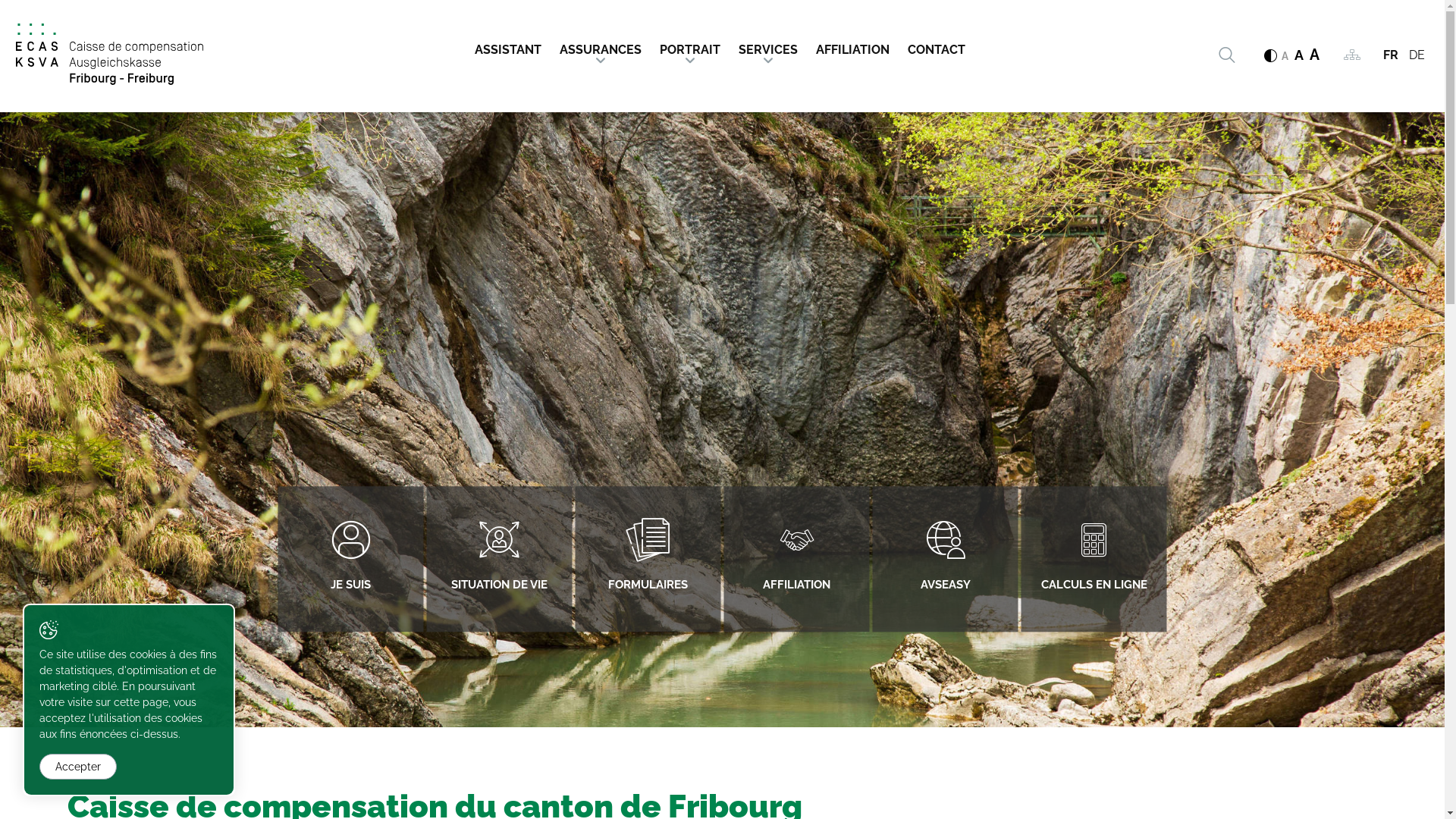  Describe the element at coordinates (512, 44) in the screenshot. I see `'ASSISTANT'` at that location.